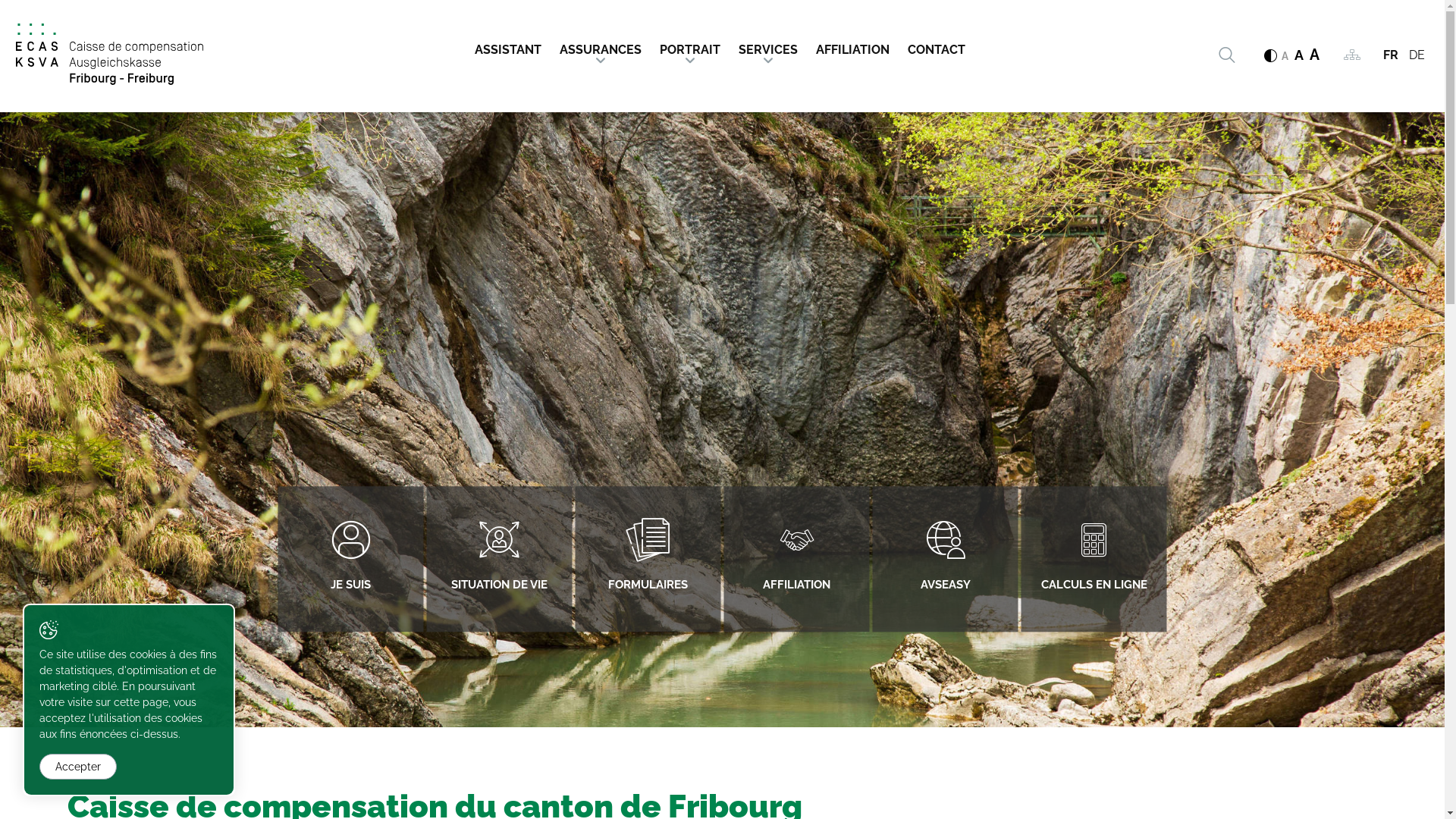  Describe the element at coordinates (512, 44) in the screenshot. I see `'ASSISTANT'` at that location.